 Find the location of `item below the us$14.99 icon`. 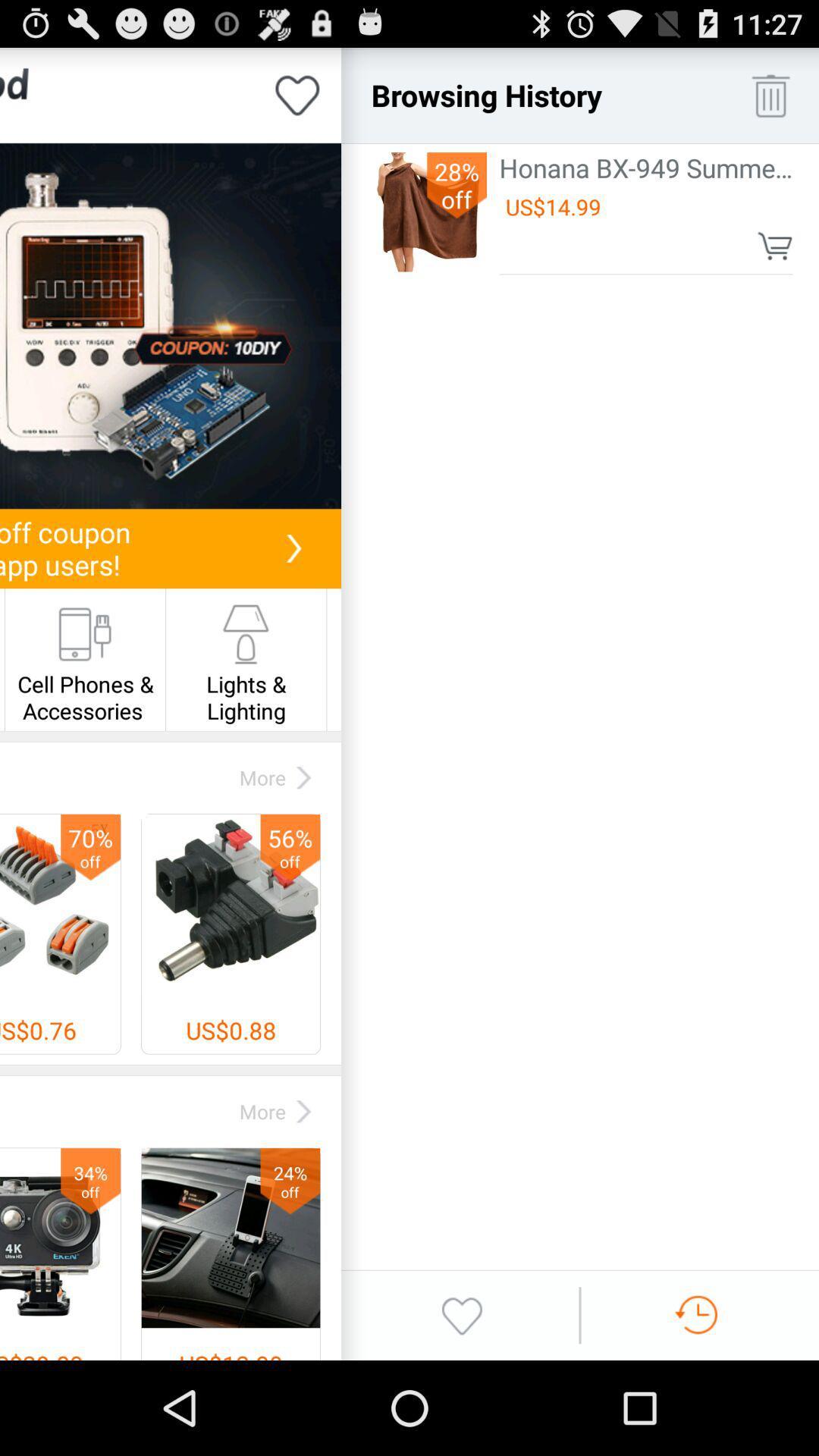

item below the us$14.99 icon is located at coordinates (774, 246).